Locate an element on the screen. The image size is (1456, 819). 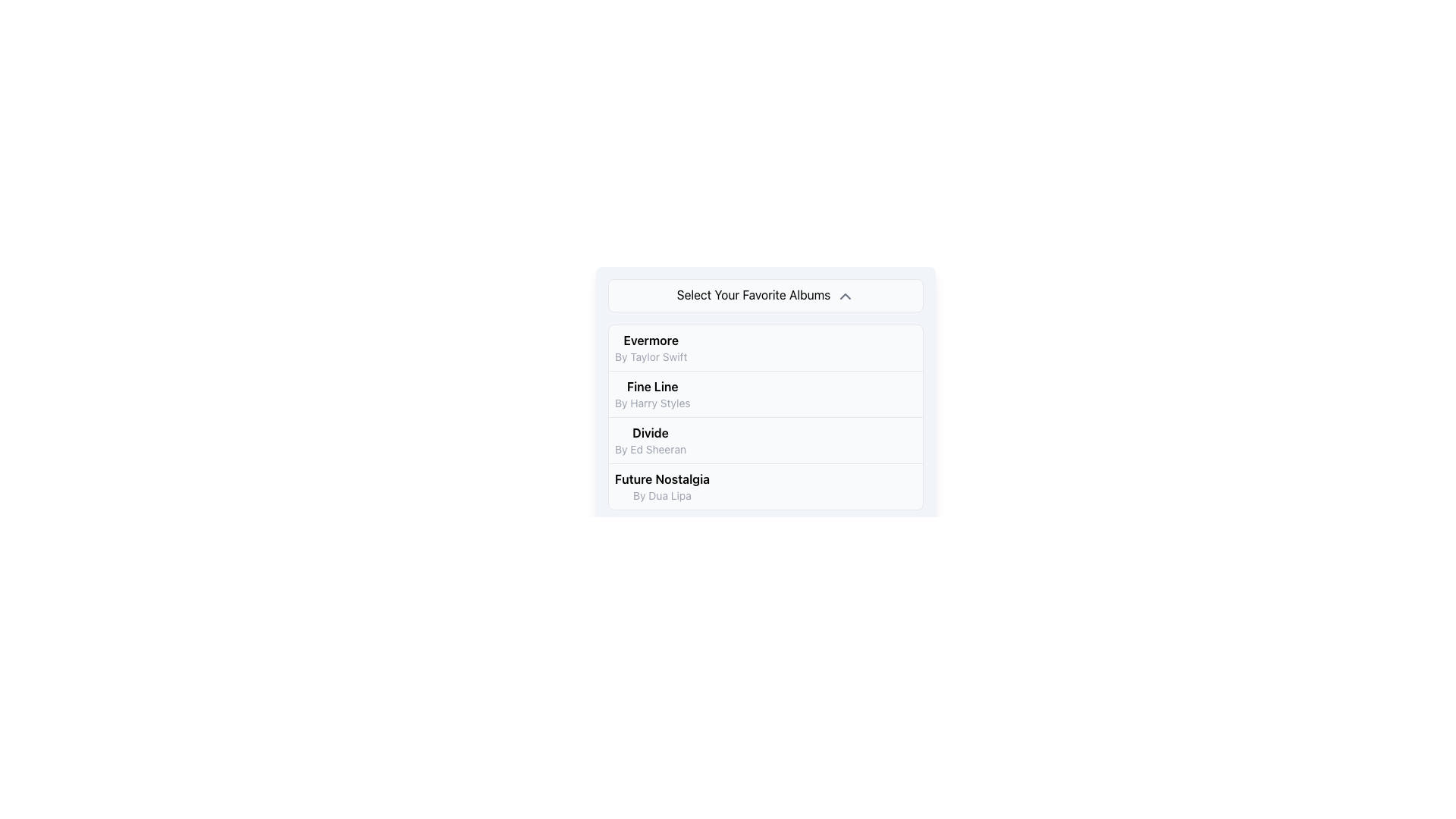
on the text display element featuring the title 'Future Nostalgia' and subtitle 'By Dua Lipa' located at the bottom of the list is located at coordinates (662, 486).